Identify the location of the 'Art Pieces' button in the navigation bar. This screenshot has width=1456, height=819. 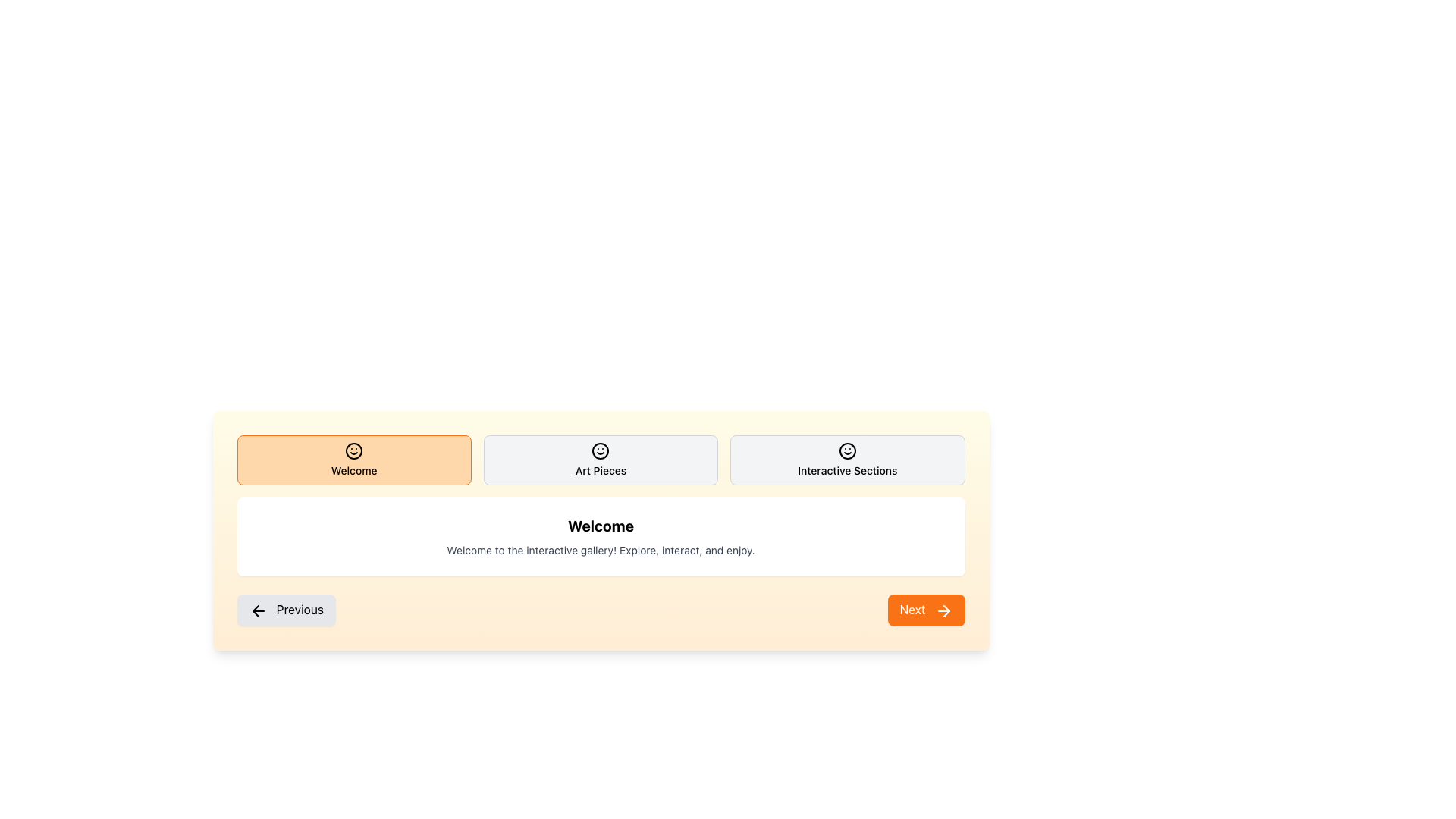
(600, 465).